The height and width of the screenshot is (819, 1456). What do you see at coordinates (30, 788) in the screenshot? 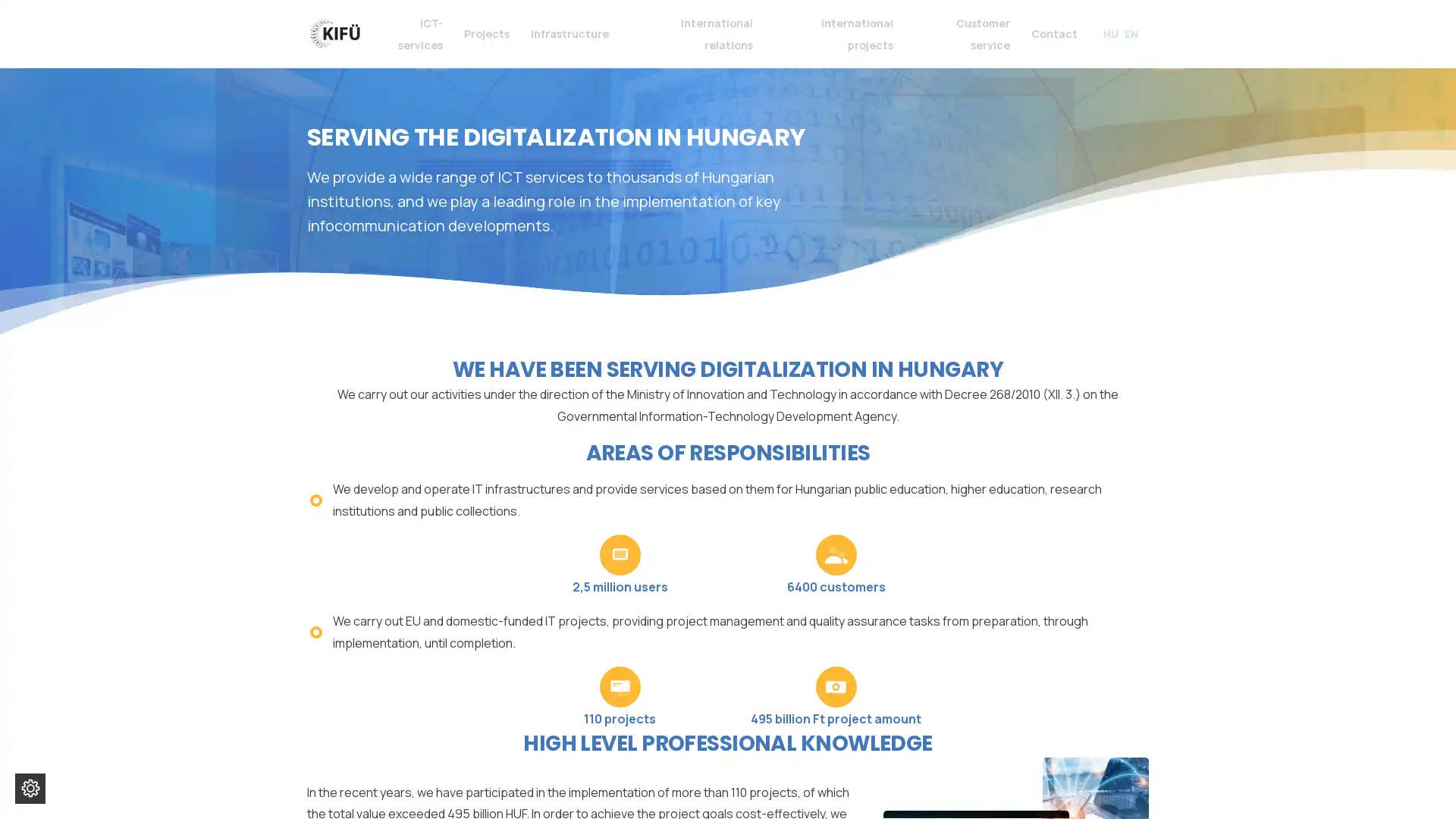
I see `Change cookie settings` at bounding box center [30, 788].